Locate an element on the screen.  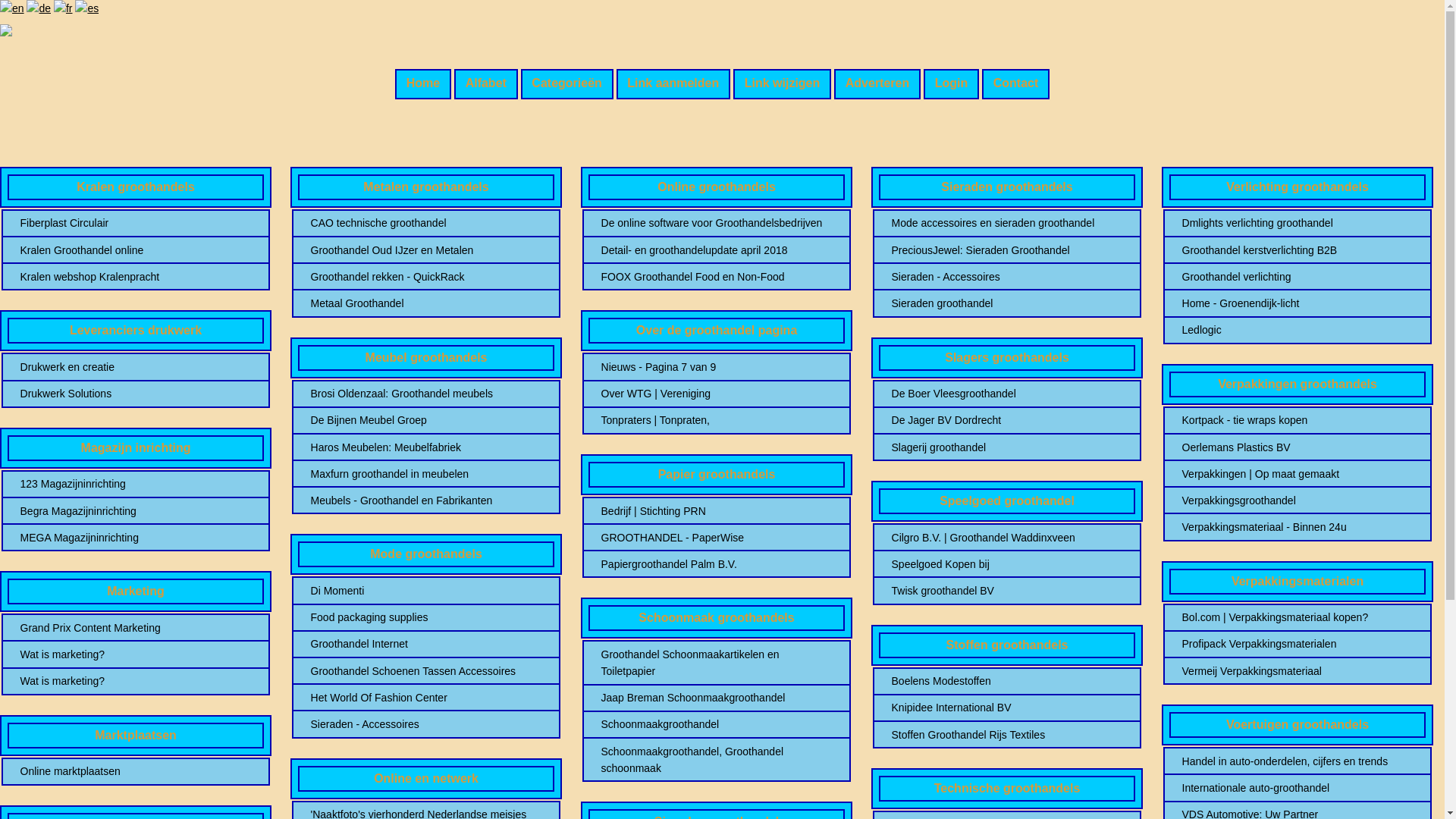
'Sieraden - Accessoires' is located at coordinates (1007, 277).